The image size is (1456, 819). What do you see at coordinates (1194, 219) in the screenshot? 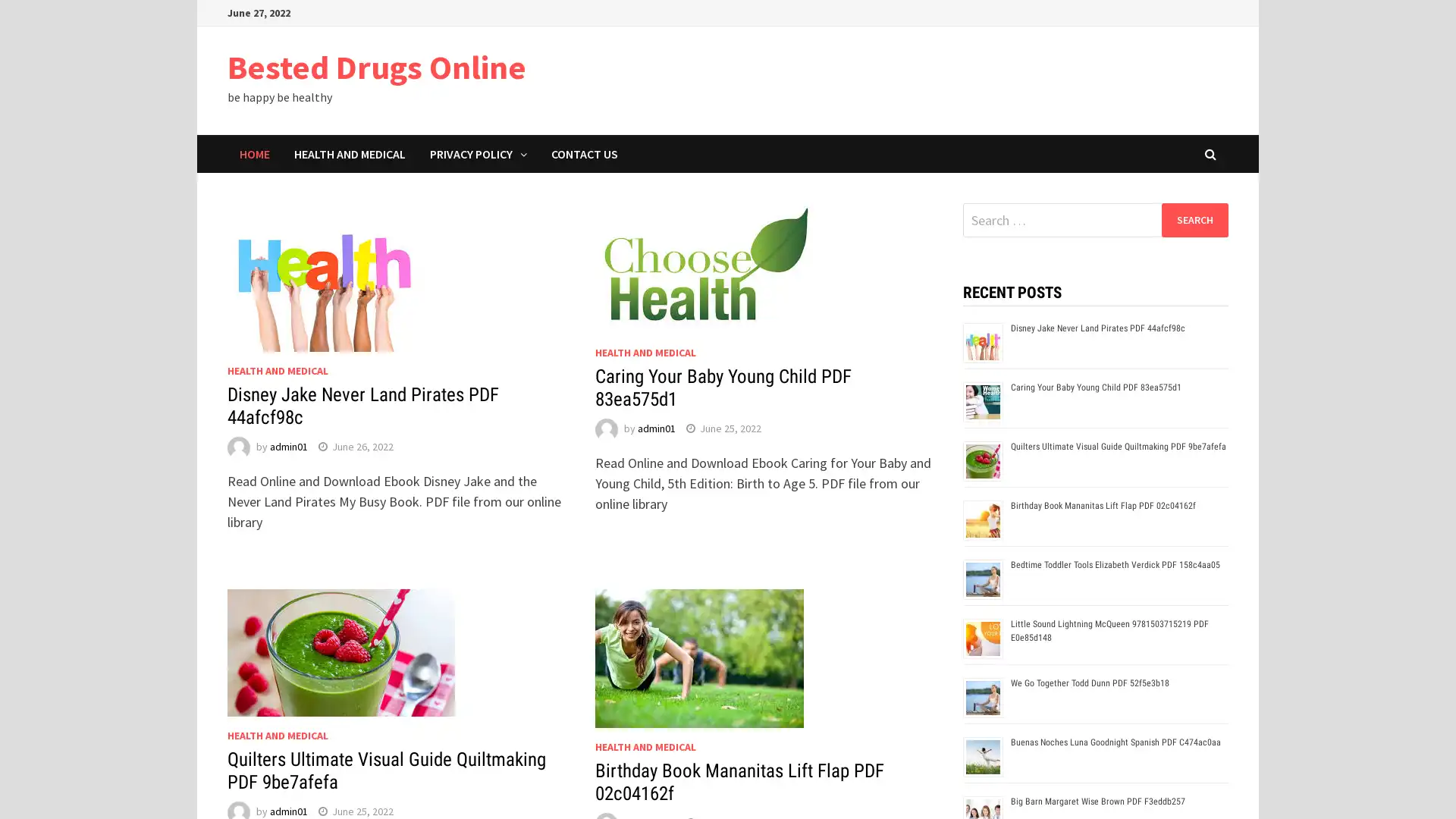
I see `Search` at bounding box center [1194, 219].